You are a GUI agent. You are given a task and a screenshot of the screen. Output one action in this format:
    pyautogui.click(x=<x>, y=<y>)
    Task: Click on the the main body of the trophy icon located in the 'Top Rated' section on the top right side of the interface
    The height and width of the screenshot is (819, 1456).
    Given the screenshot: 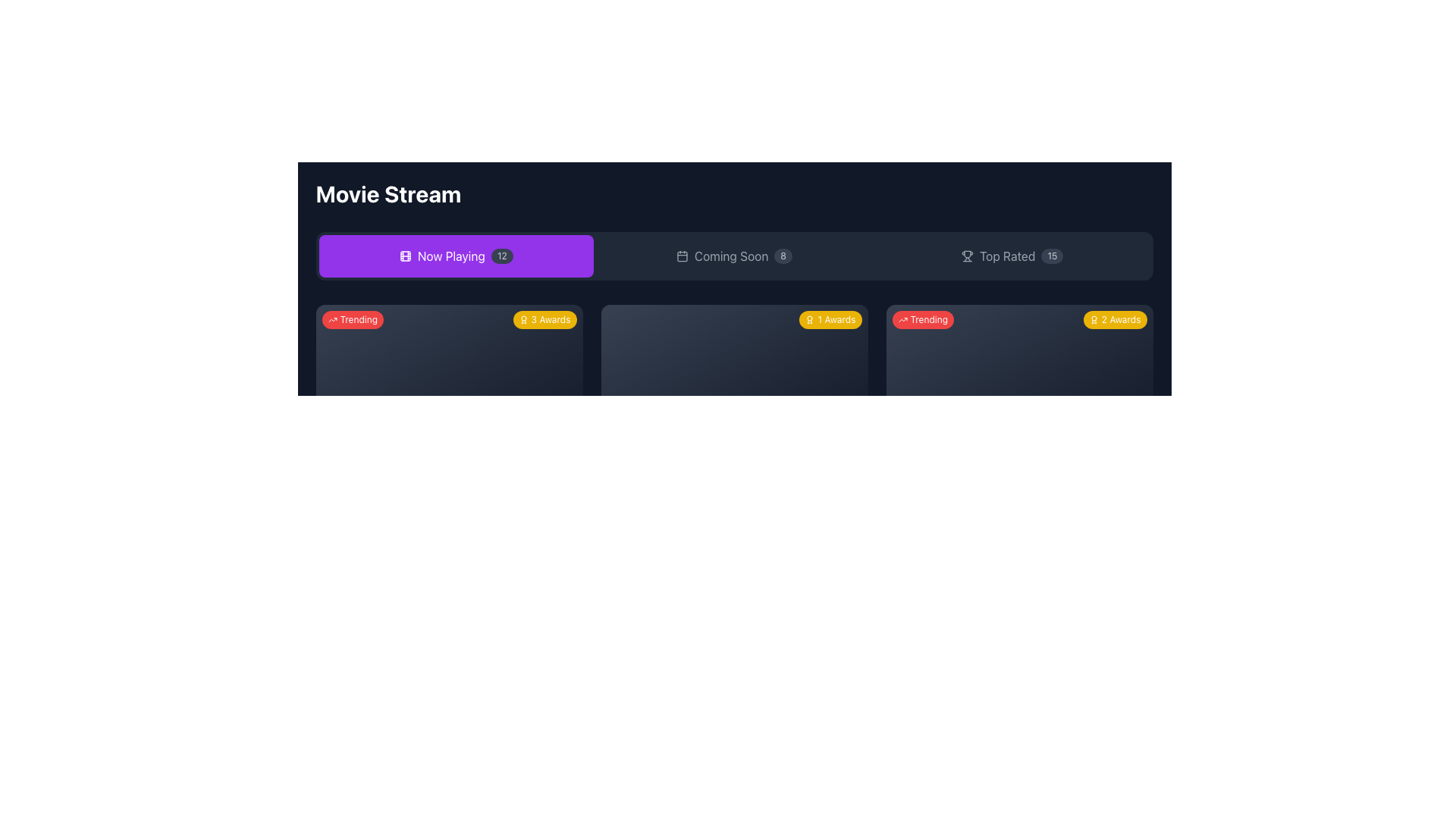 What is the action you would take?
    pyautogui.click(x=967, y=253)
    